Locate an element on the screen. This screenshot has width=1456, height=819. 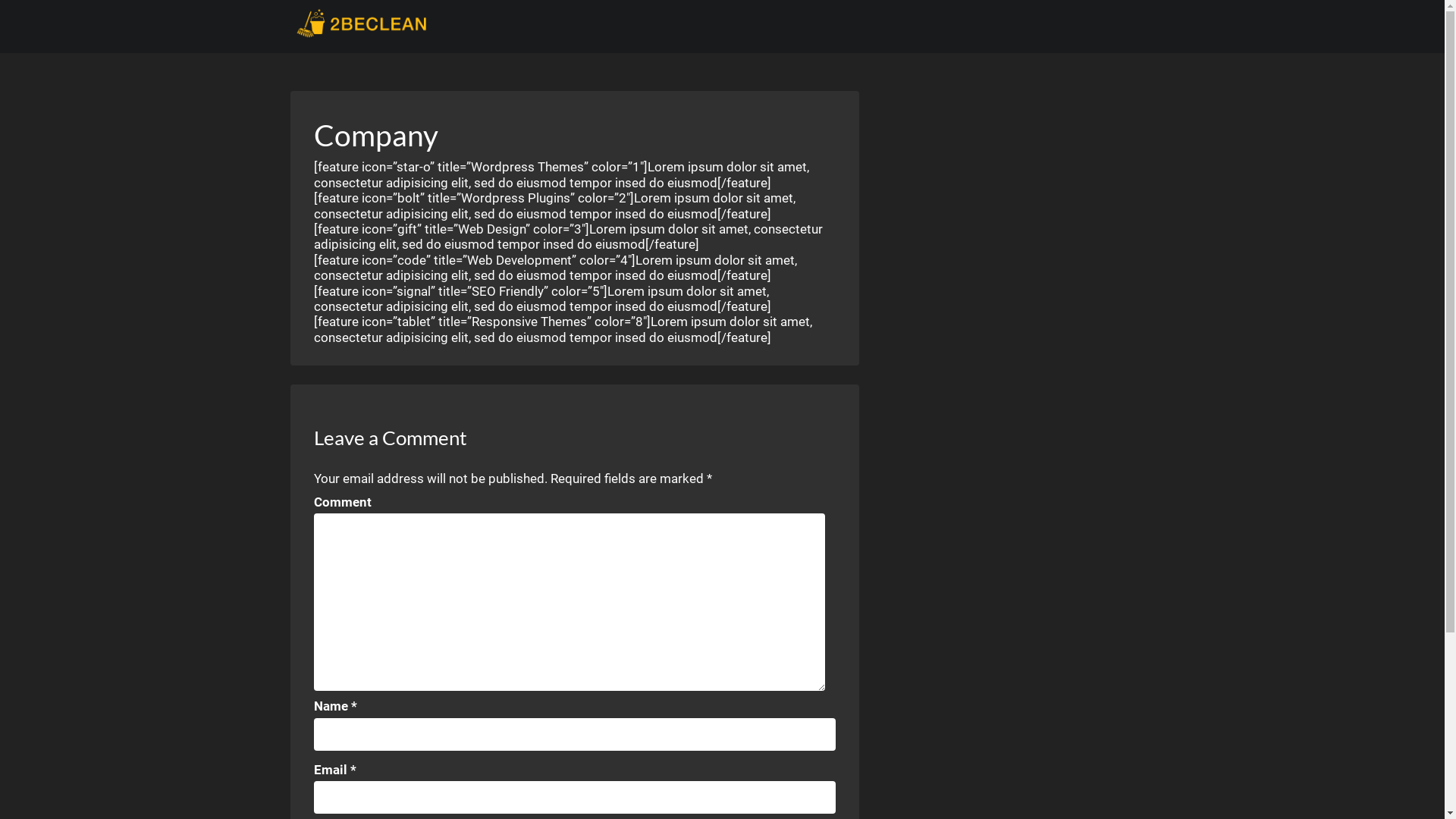
'2beClean.com' is located at coordinates (362, 23).